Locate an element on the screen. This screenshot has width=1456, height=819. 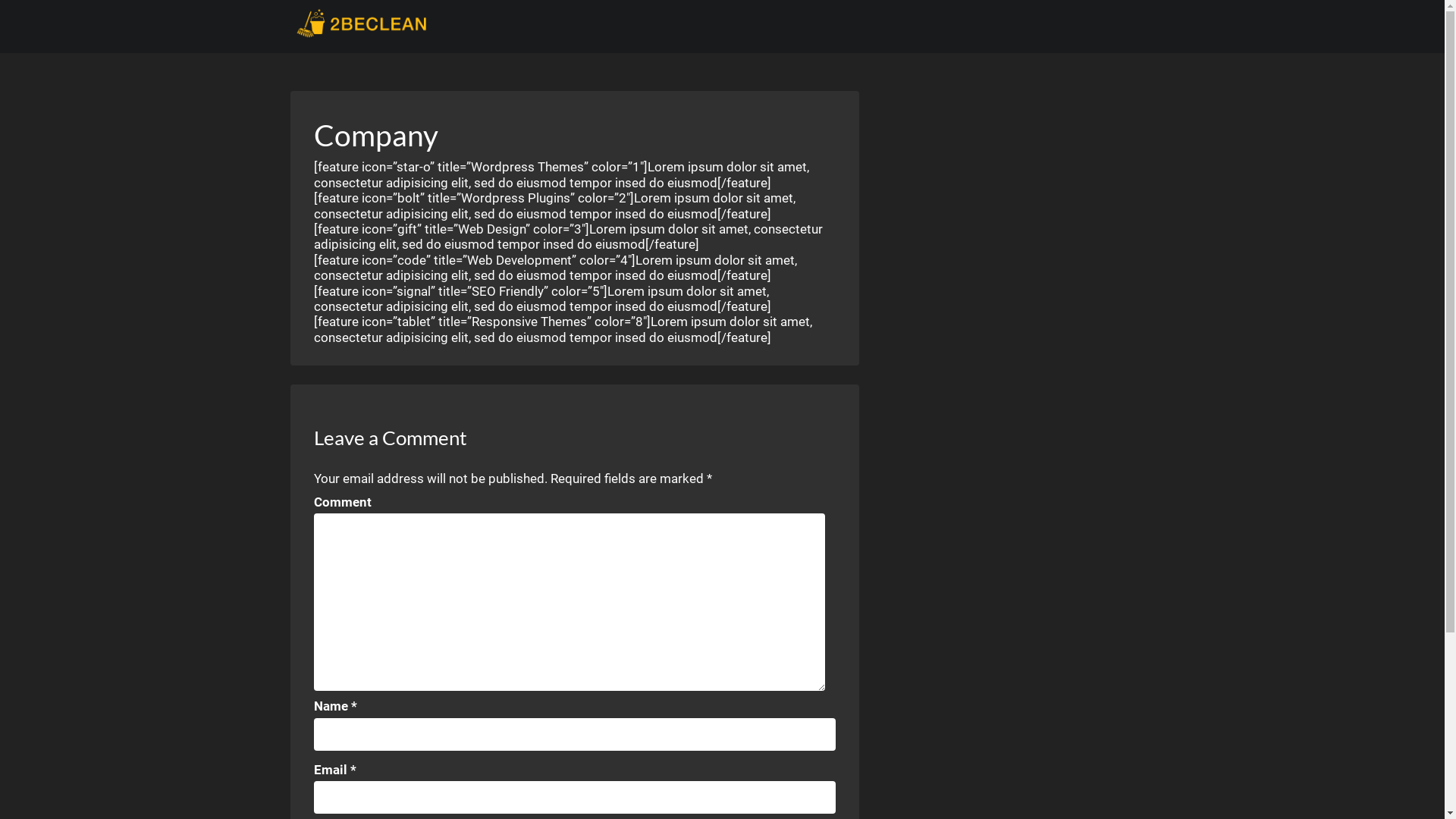
'2beClean.com' is located at coordinates (362, 23).